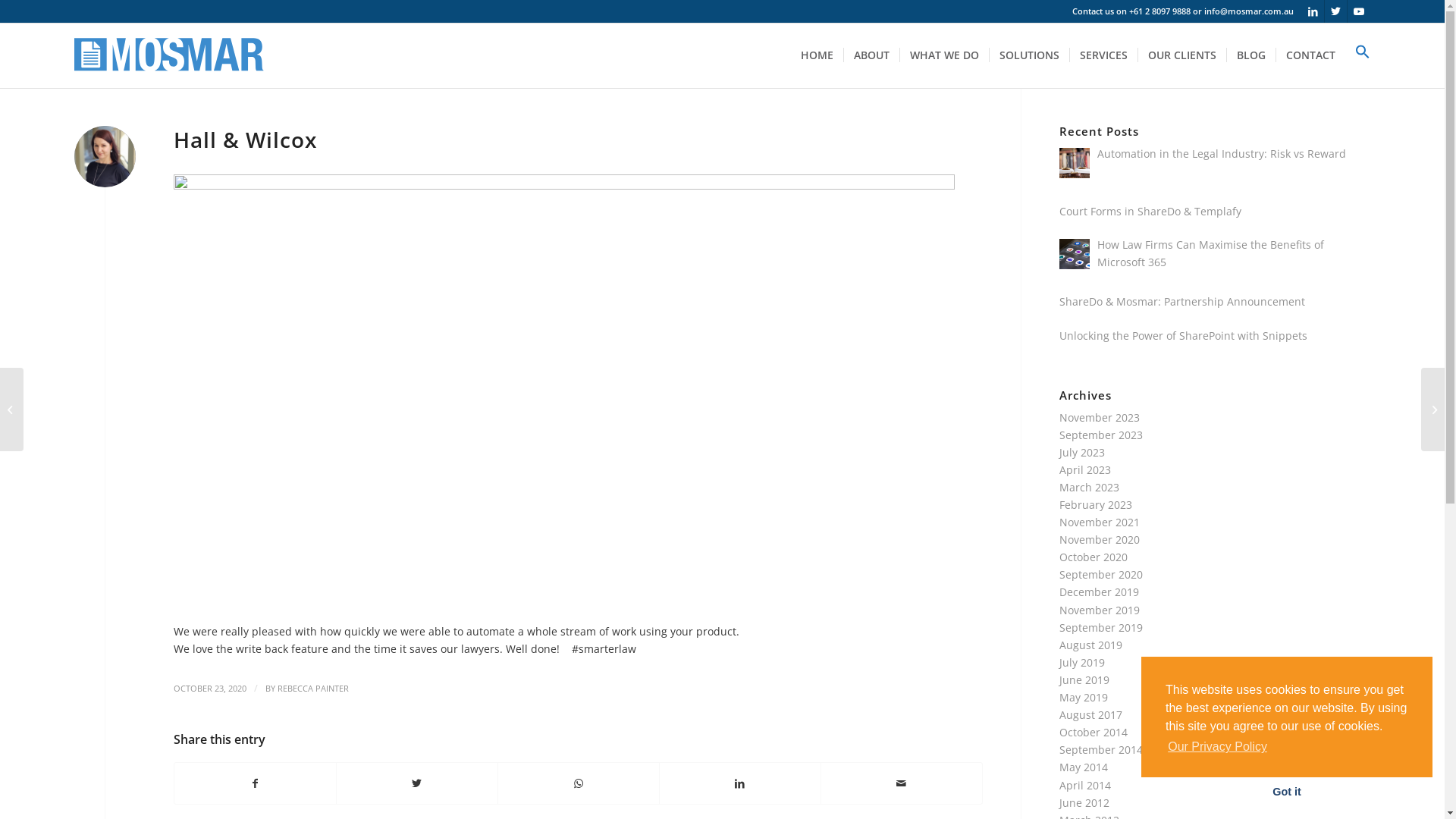 This screenshot has width=1456, height=819. I want to click on 'Unlocking the Power of SharePoint with Snippets', so click(1182, 334).